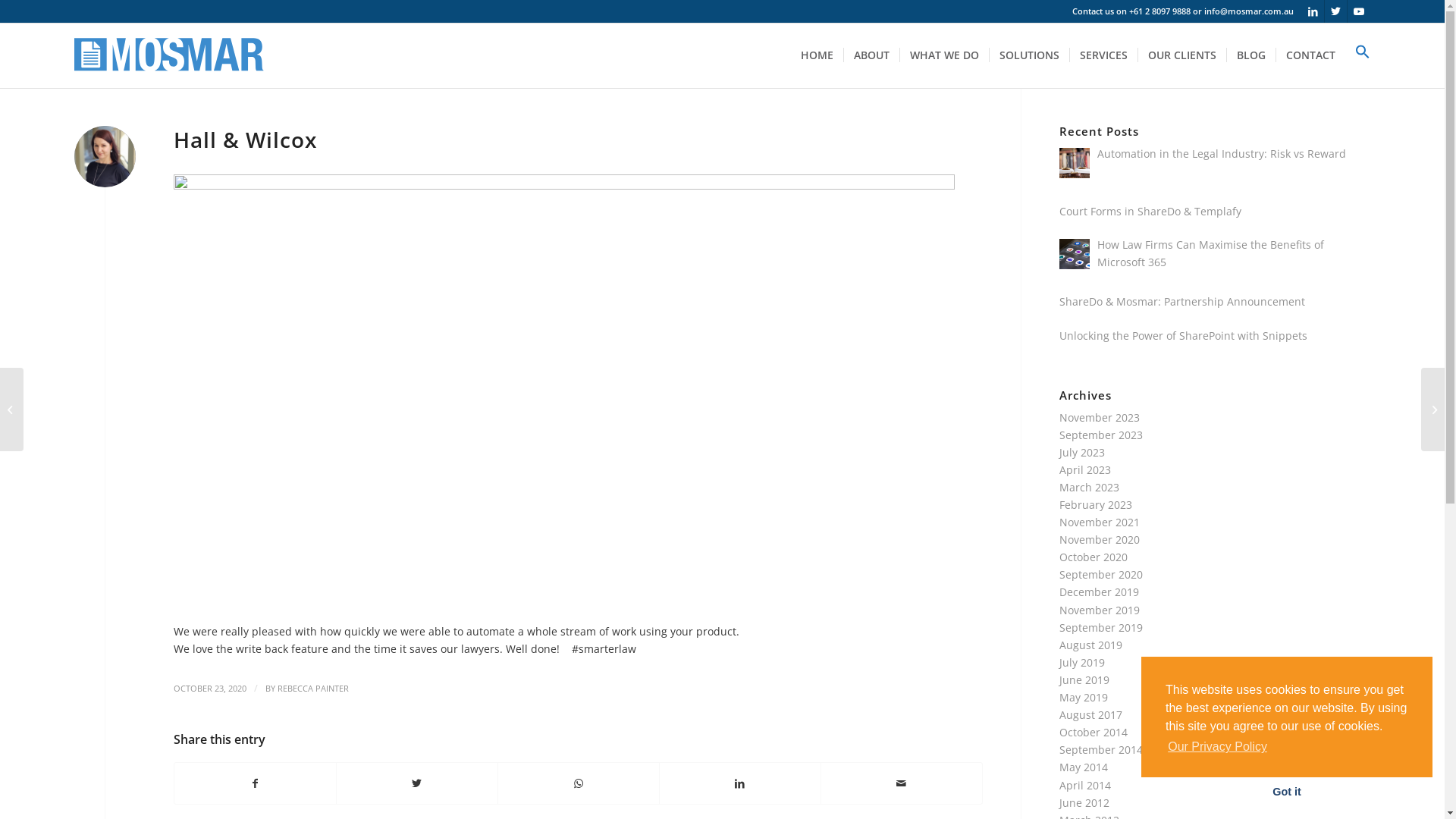 This screenshot has width=1456, height=819. I want to click on 'Unlocking the Power of SharePoint with Snippets', so click(1182, 334).